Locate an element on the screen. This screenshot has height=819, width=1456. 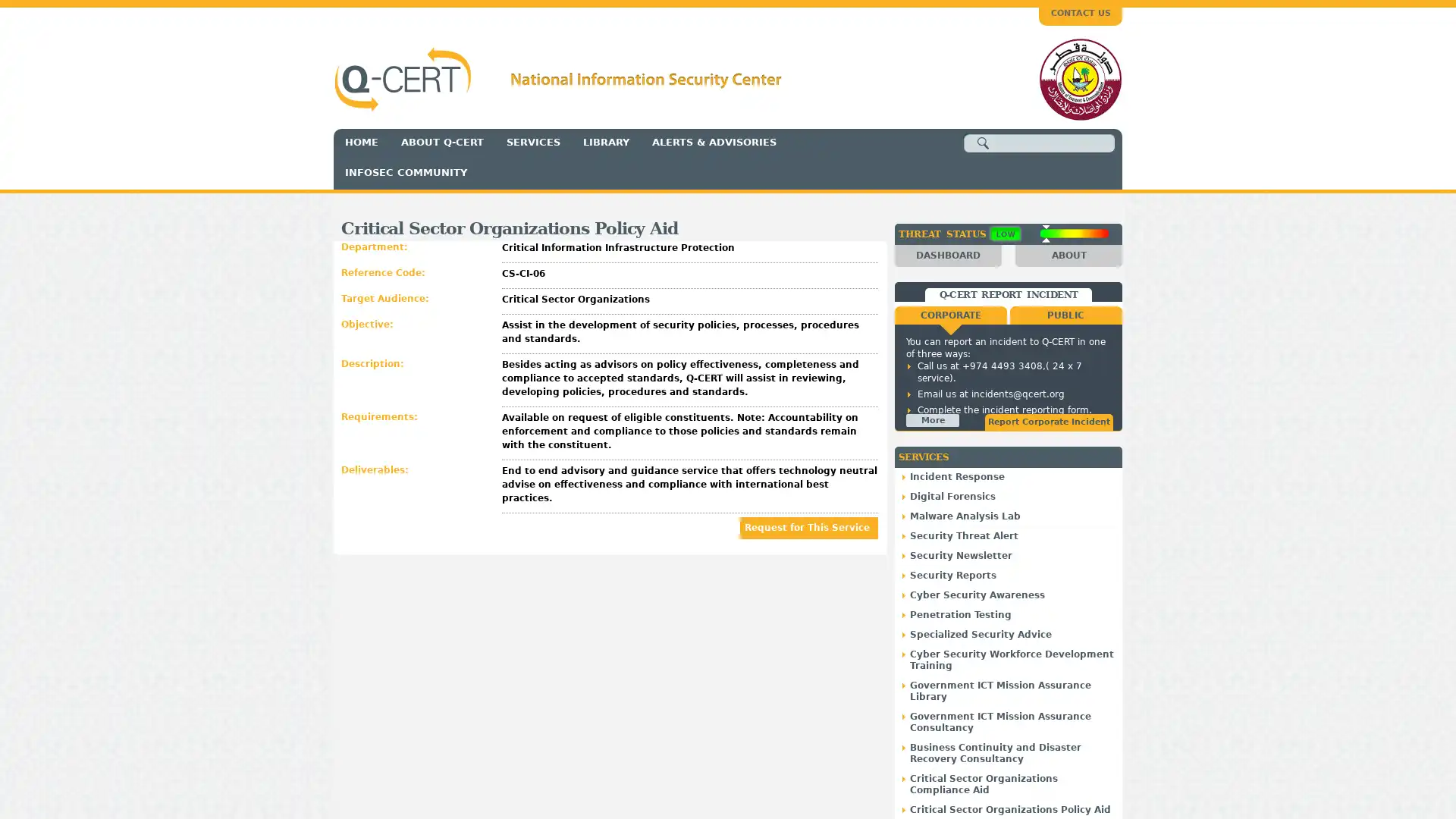
Search is located at coordinates (983, 143).